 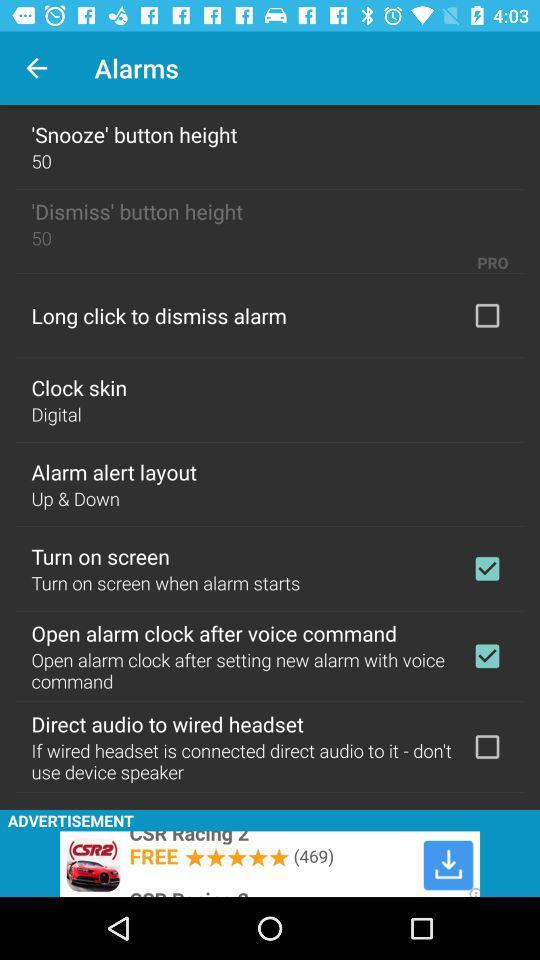 What do you see at coordinates (486, 315) in the screenshot?
I see `click option` at bounding box center [486, 315].